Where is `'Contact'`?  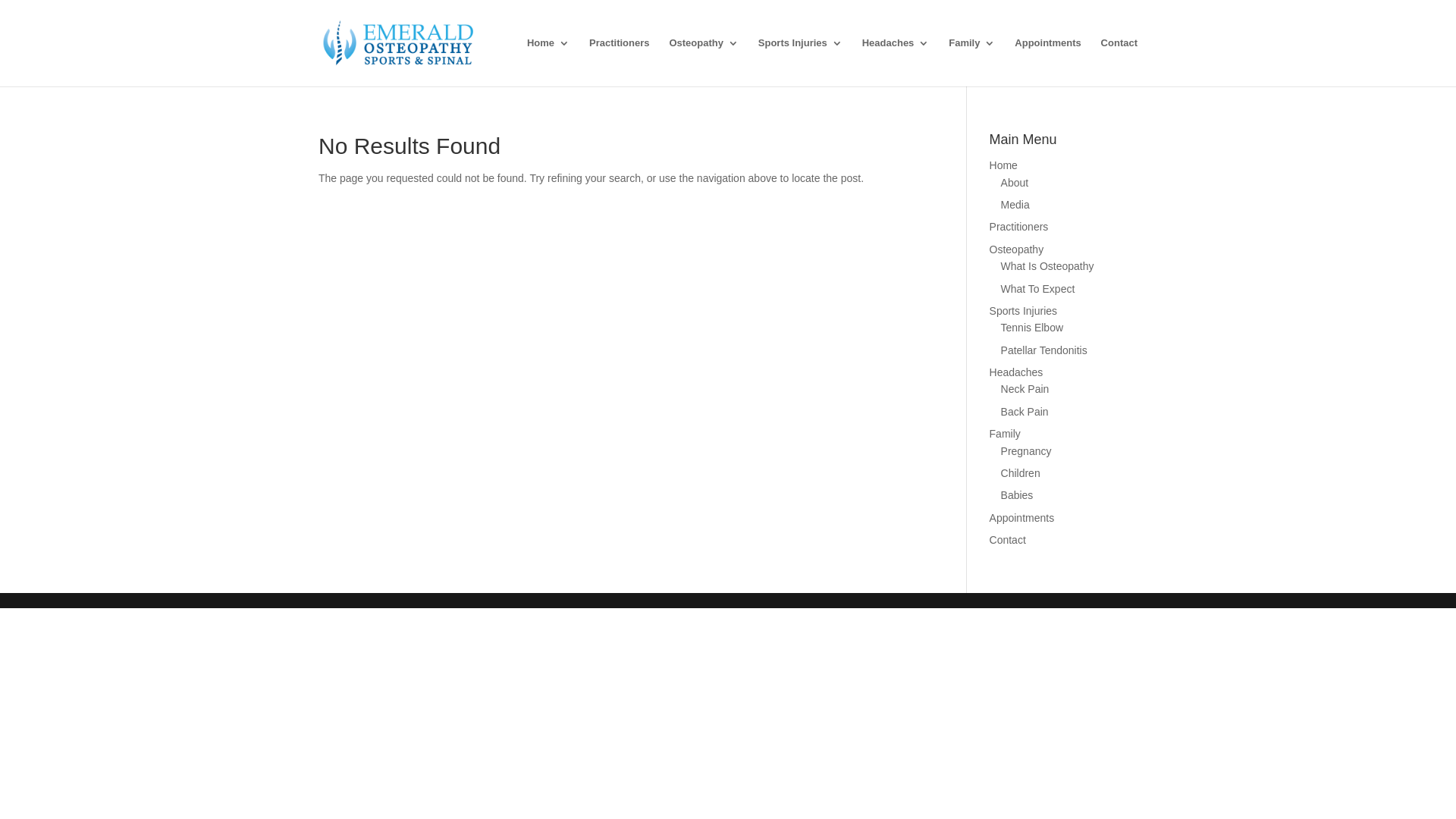
'Contact' is located at coordinates (1119, 61).